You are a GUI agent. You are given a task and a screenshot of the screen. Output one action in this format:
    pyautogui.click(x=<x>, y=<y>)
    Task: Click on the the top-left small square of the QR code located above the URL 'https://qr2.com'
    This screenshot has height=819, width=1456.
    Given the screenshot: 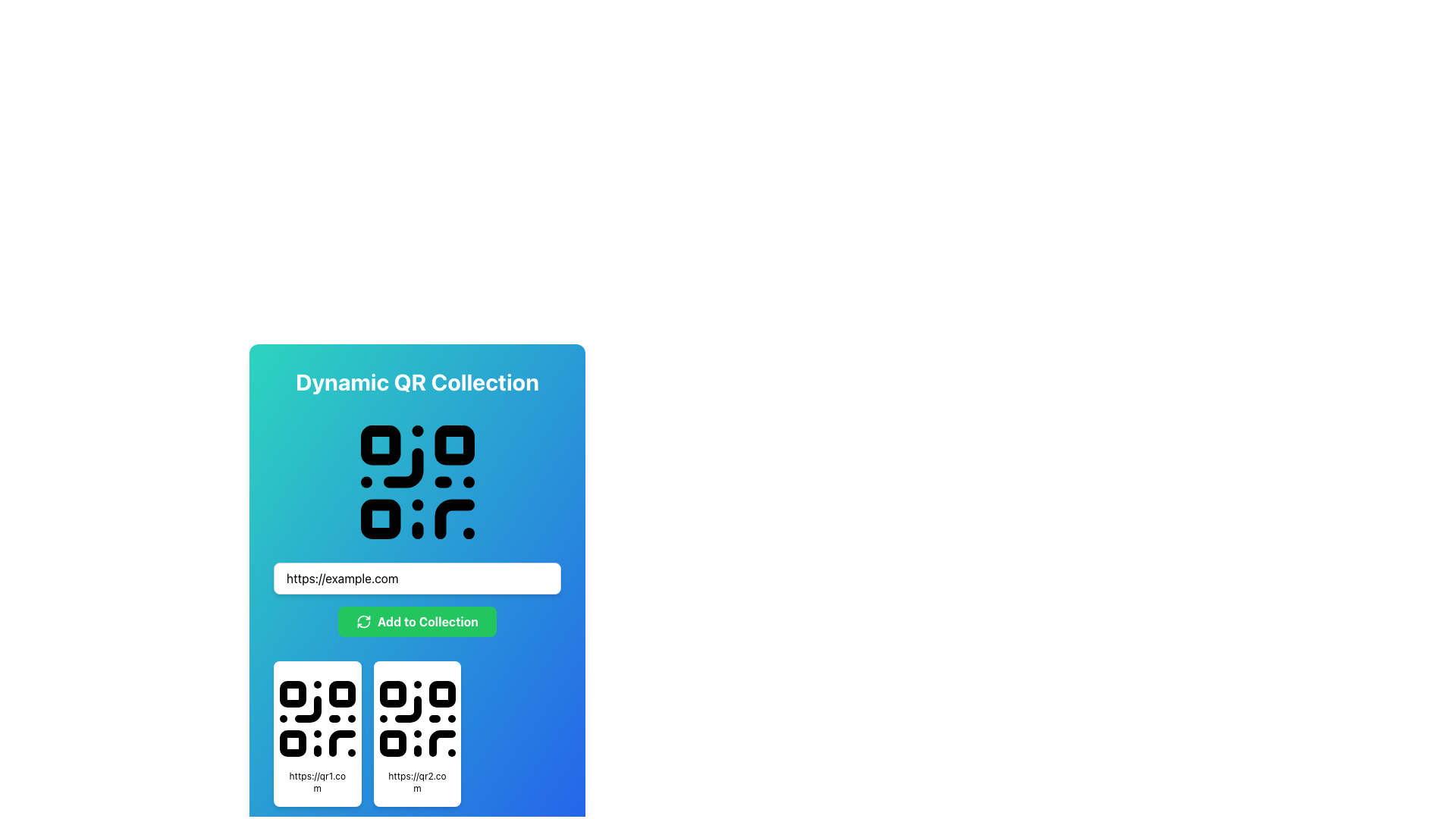 What is the action you would take?
    pyautogui.click(x=393, y=693)
    